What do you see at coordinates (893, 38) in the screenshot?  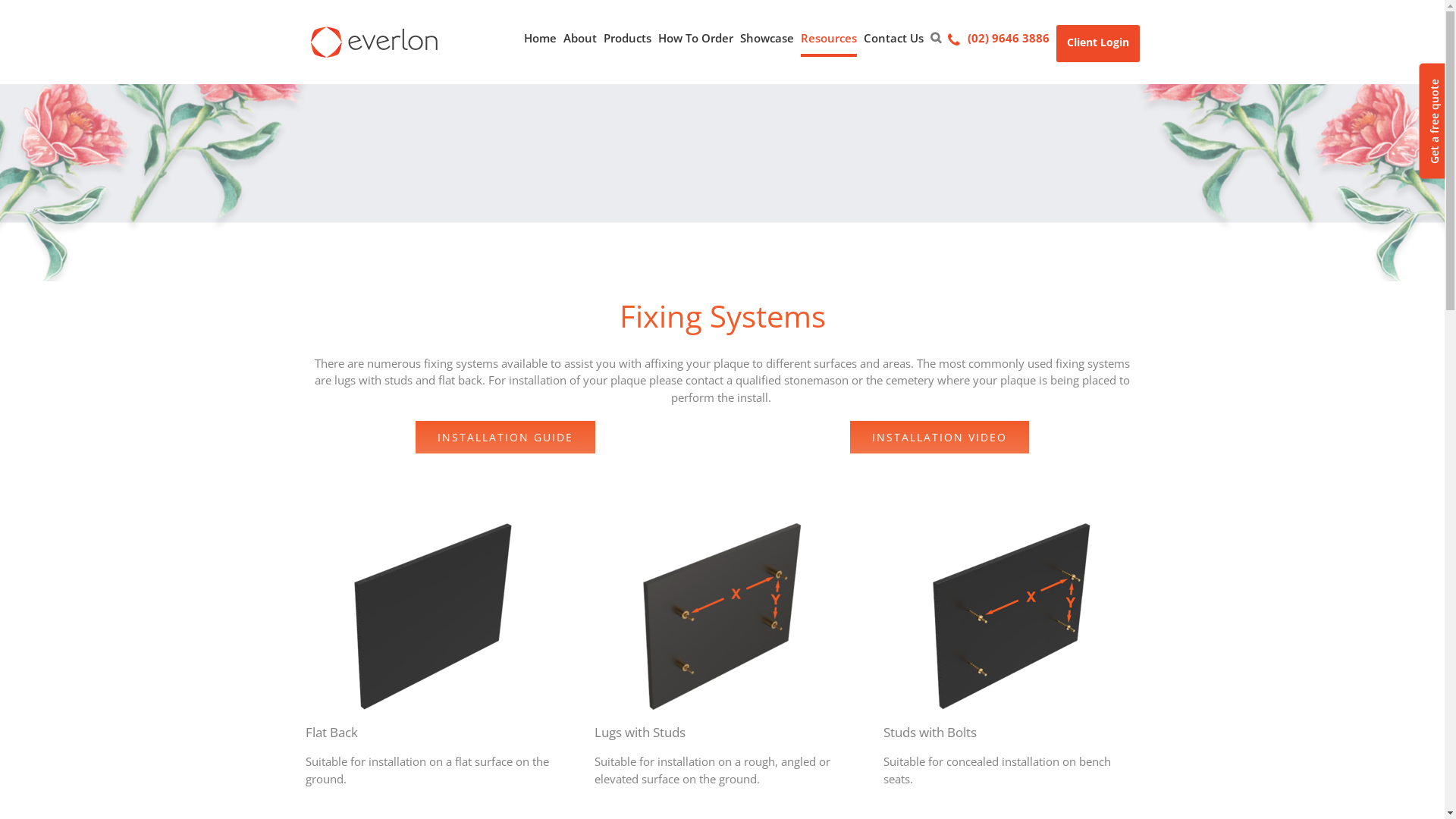 I see `'Contact Us'` at bounding box center [893, 38].